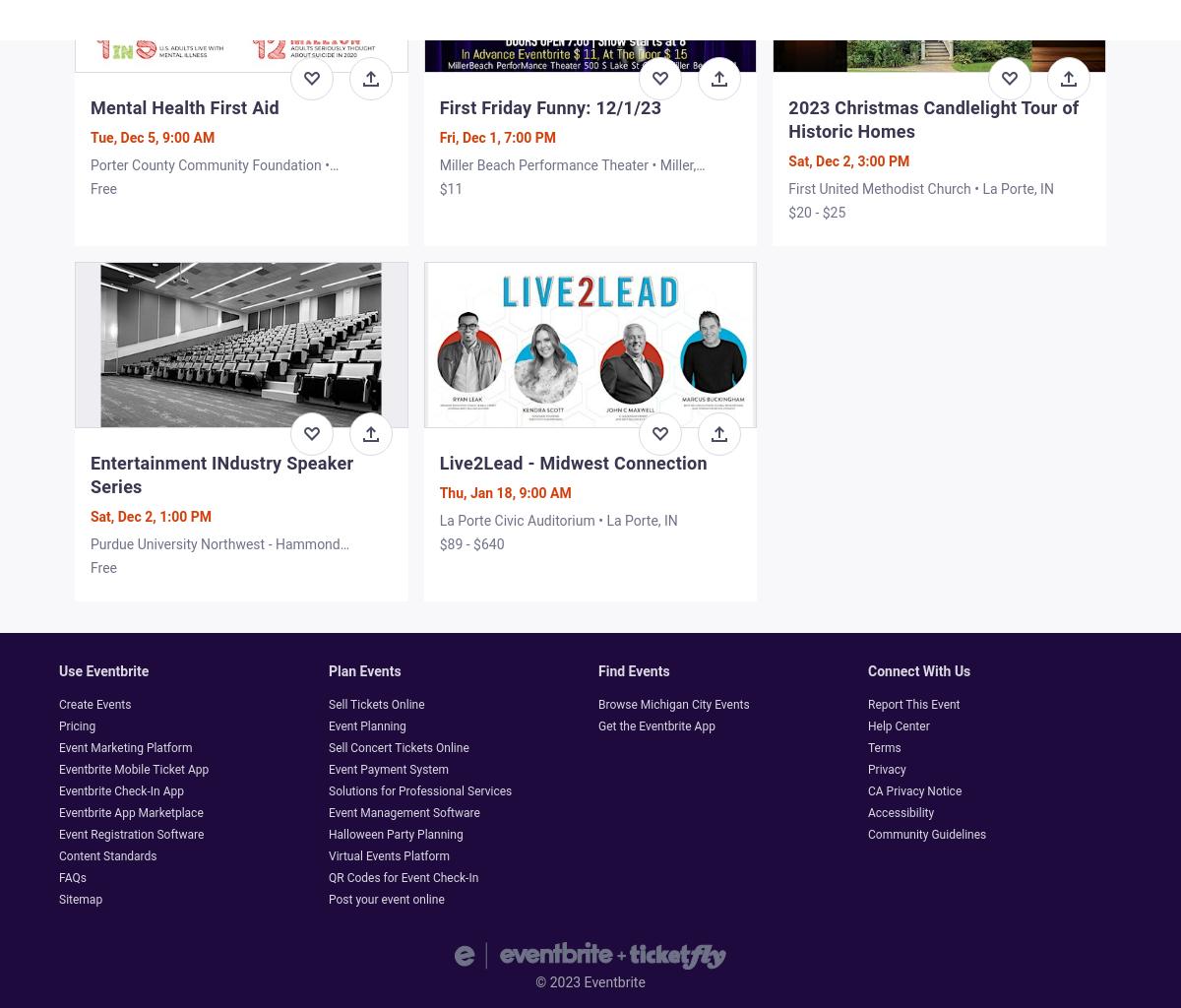 The width and height of the screenshot is (1181, 1008). I want to click on '$20 - $25', so click(816, 211).